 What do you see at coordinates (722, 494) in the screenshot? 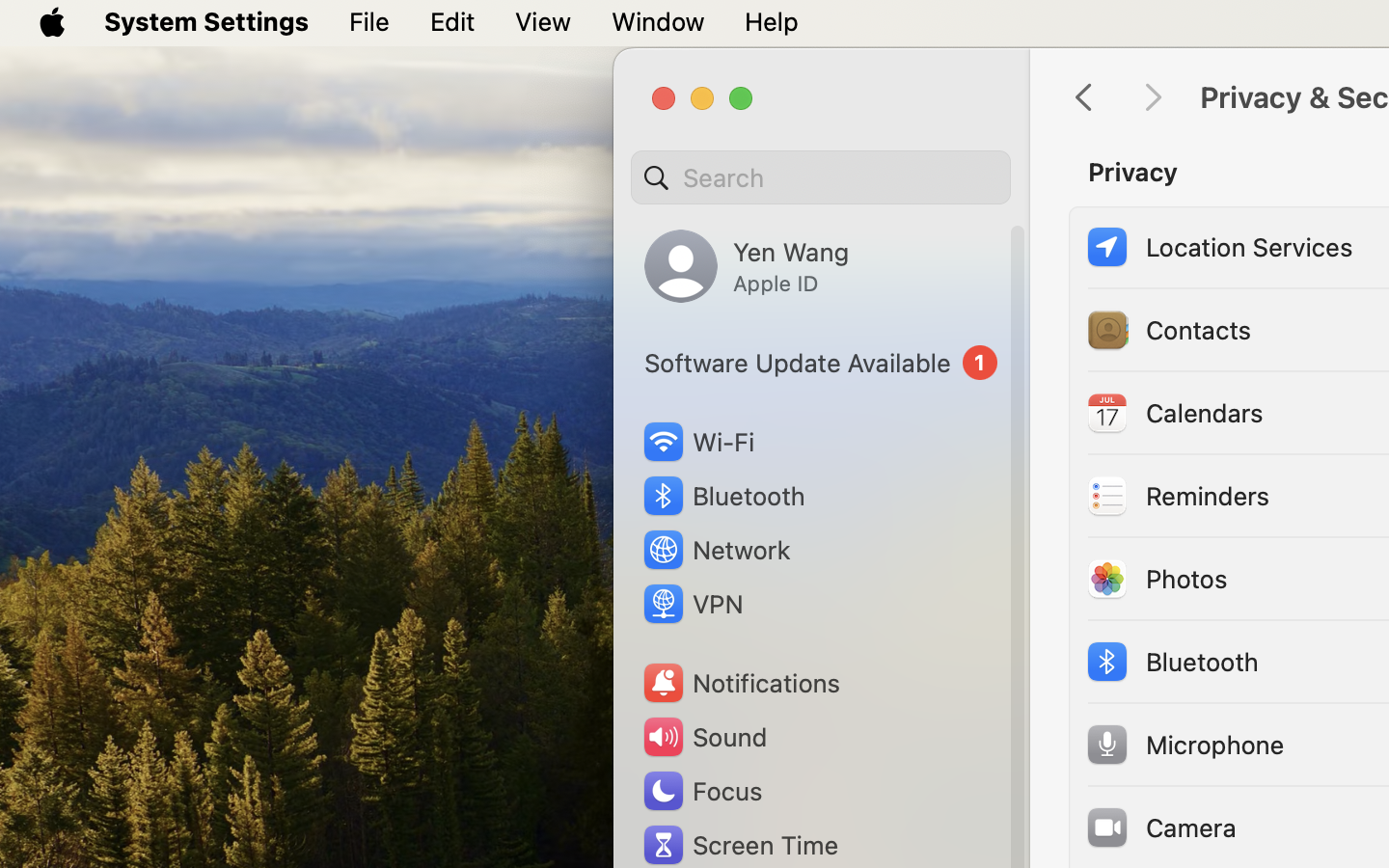
I see `'Bluetooth'` at bounding box center [722, 494].